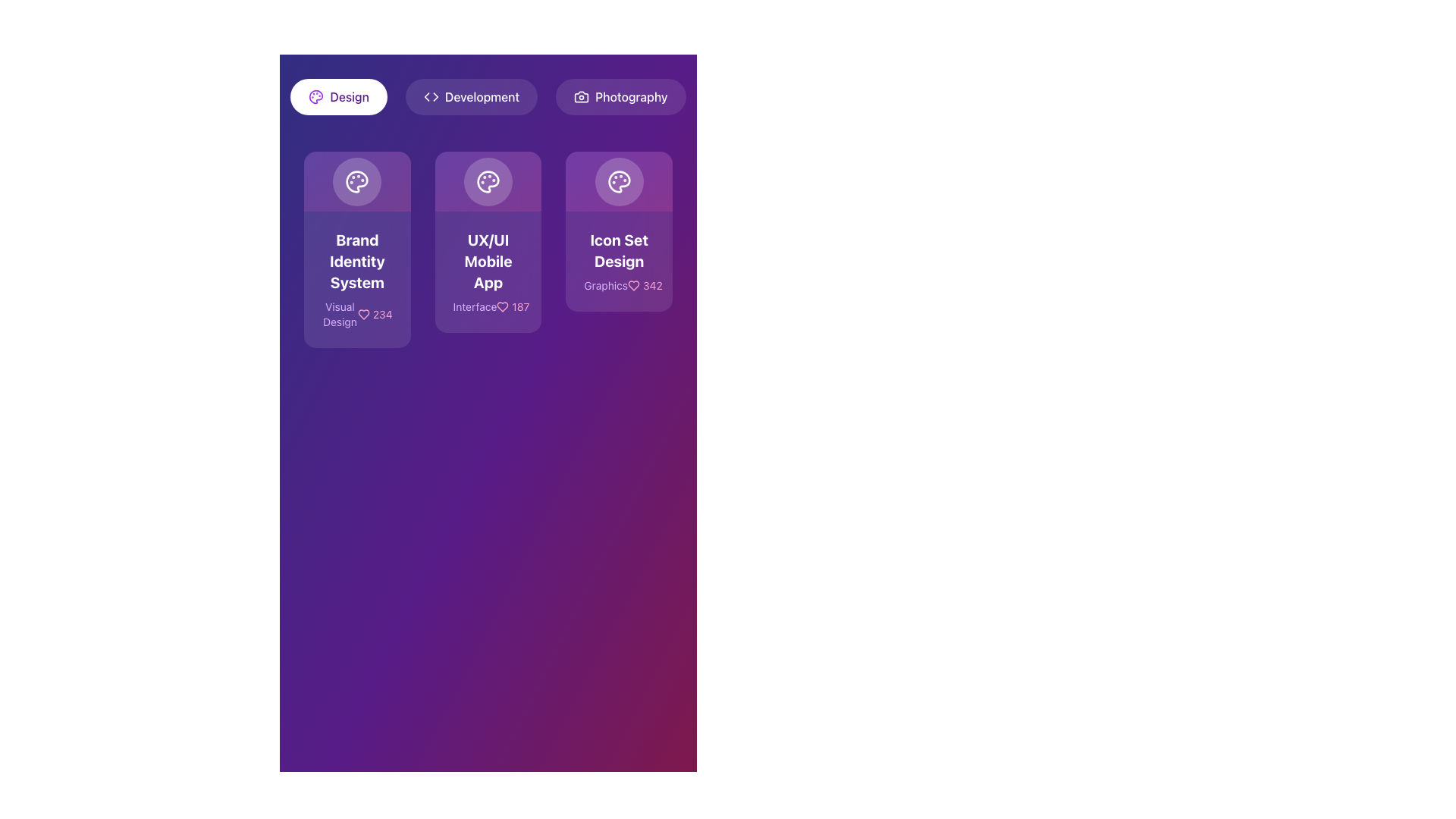 Image resolution: width=1456 pixels, height=819 pixels. What do you see at coordinates (520, 307) in the screenshot?
I see `the text label displaying the number '187', which is styled in light pink and located next to a heart icon within the 'UX/UI Mobile App' card` at bounding box center [520, 307].